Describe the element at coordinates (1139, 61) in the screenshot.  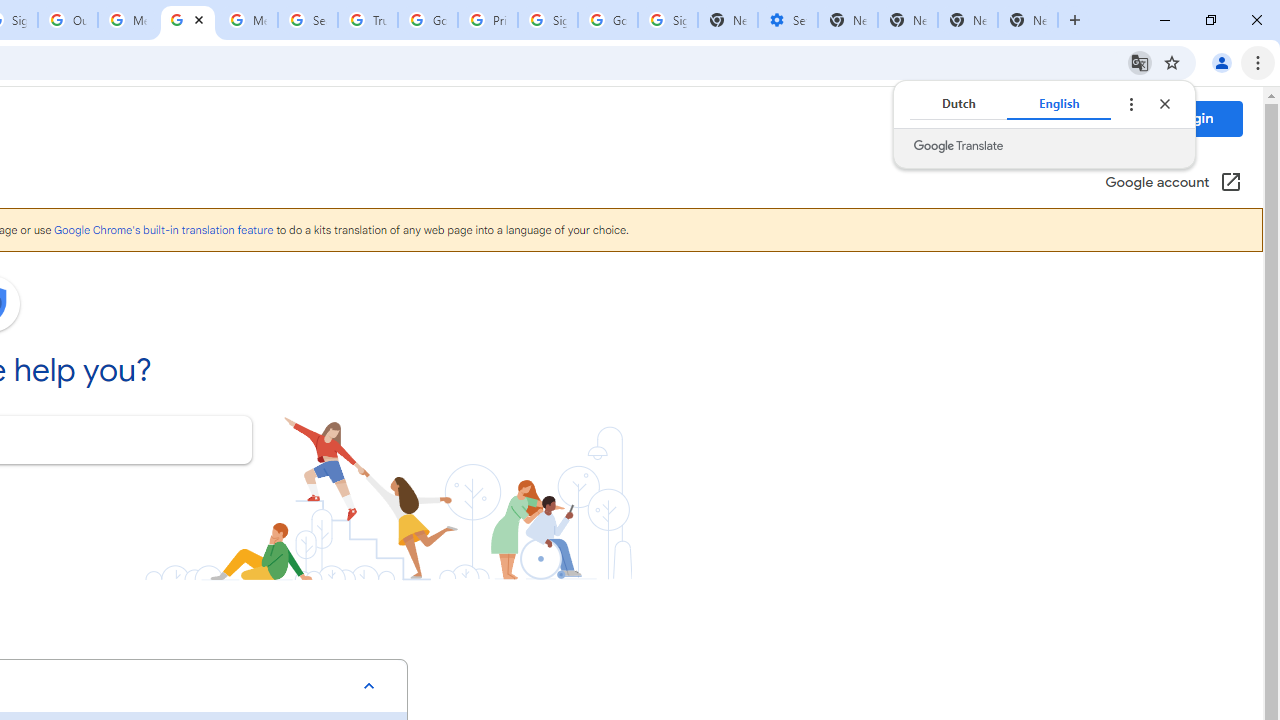
I see `'Translate this page'` at that location.